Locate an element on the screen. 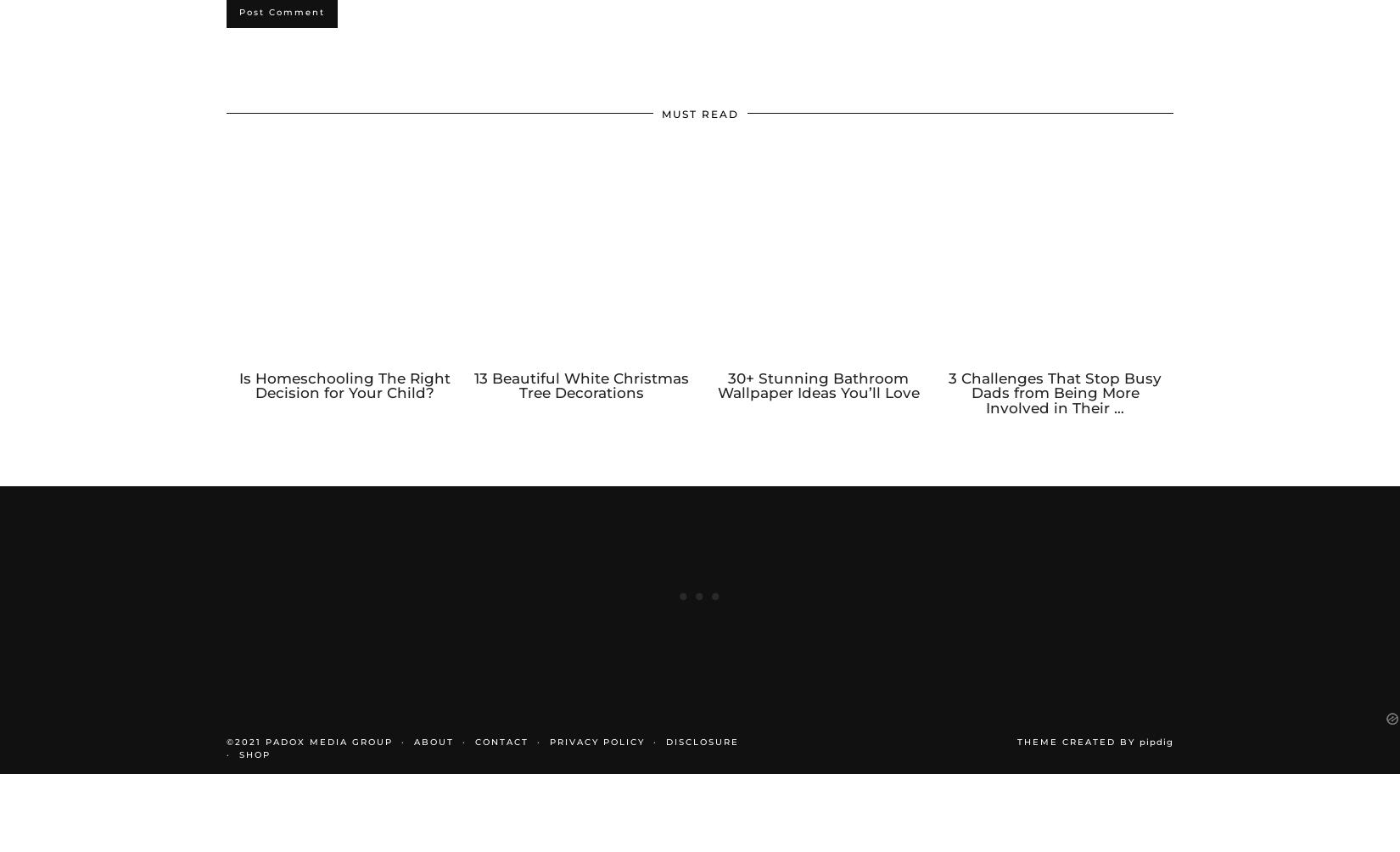 This screenshot has width=1400, height=852. '3 Challenges That Stop Busy Dads from Being More Involved in Their …' is located at coordinates (949, 410).